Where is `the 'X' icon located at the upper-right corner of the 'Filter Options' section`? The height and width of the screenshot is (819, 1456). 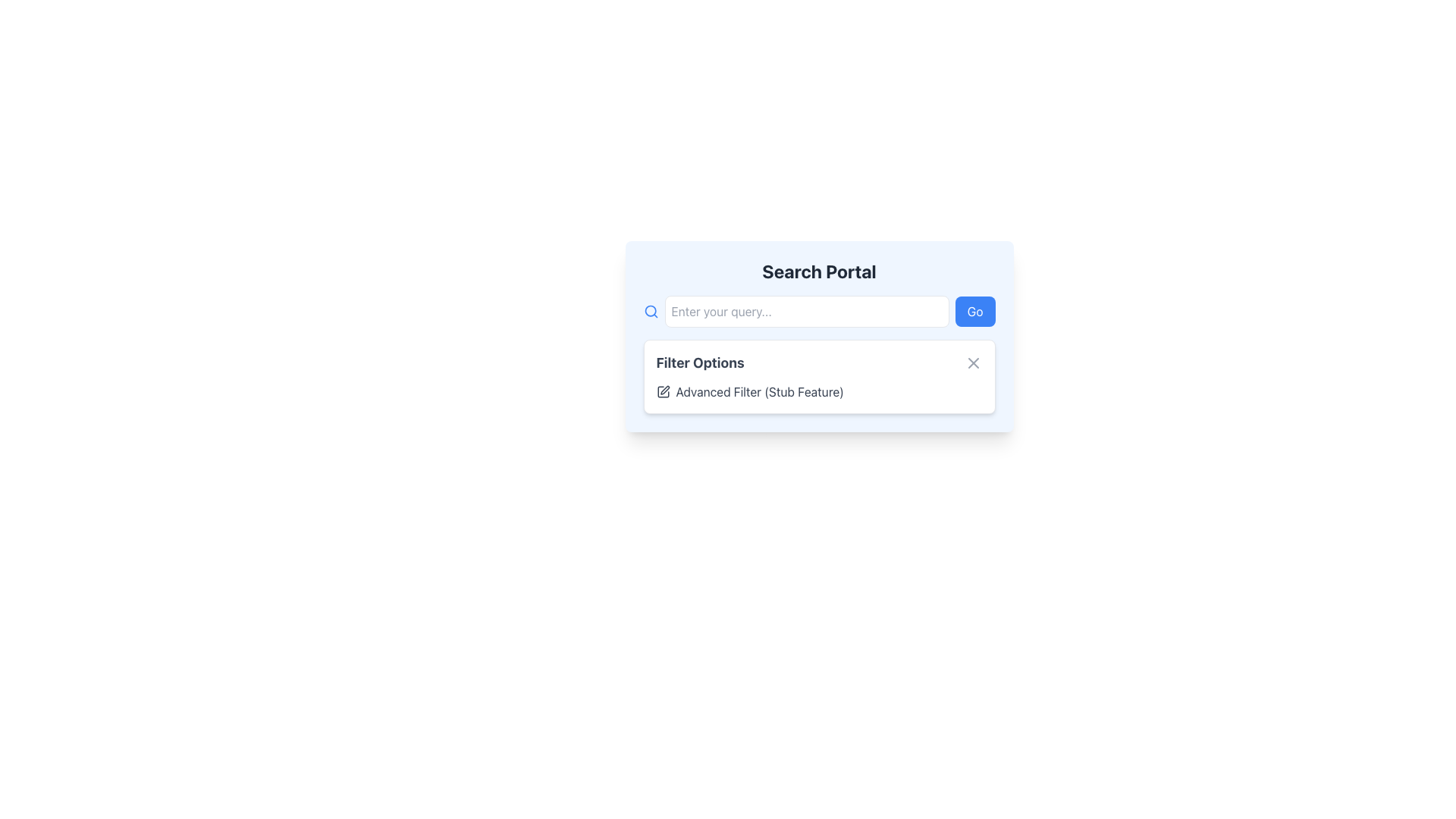 the 'X' icon located at the upper-right corner of the 'Filter Options' section is located at coordinates (973, 362).